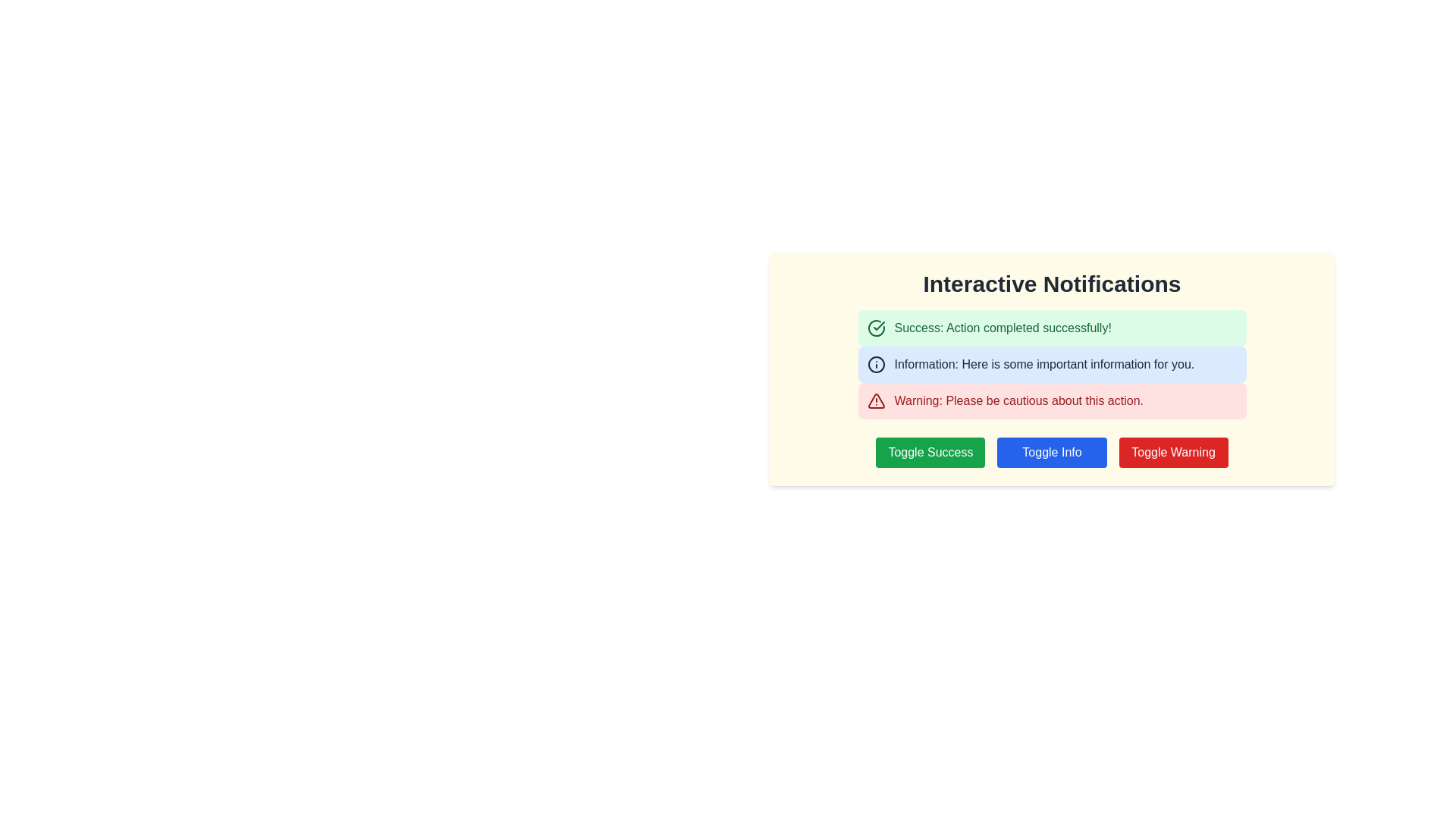 The height and width of the screenshot is (819, 1456). What do you see at coordinates (876, 365) in the screenshot?
I see `the SVG Circle element that represents the information icon, which is a minimalistic circular shape with a radius of 10 pixels, located to the left of the 'Information: Here is some important information for you.' text` at bounding box center [876, 365].